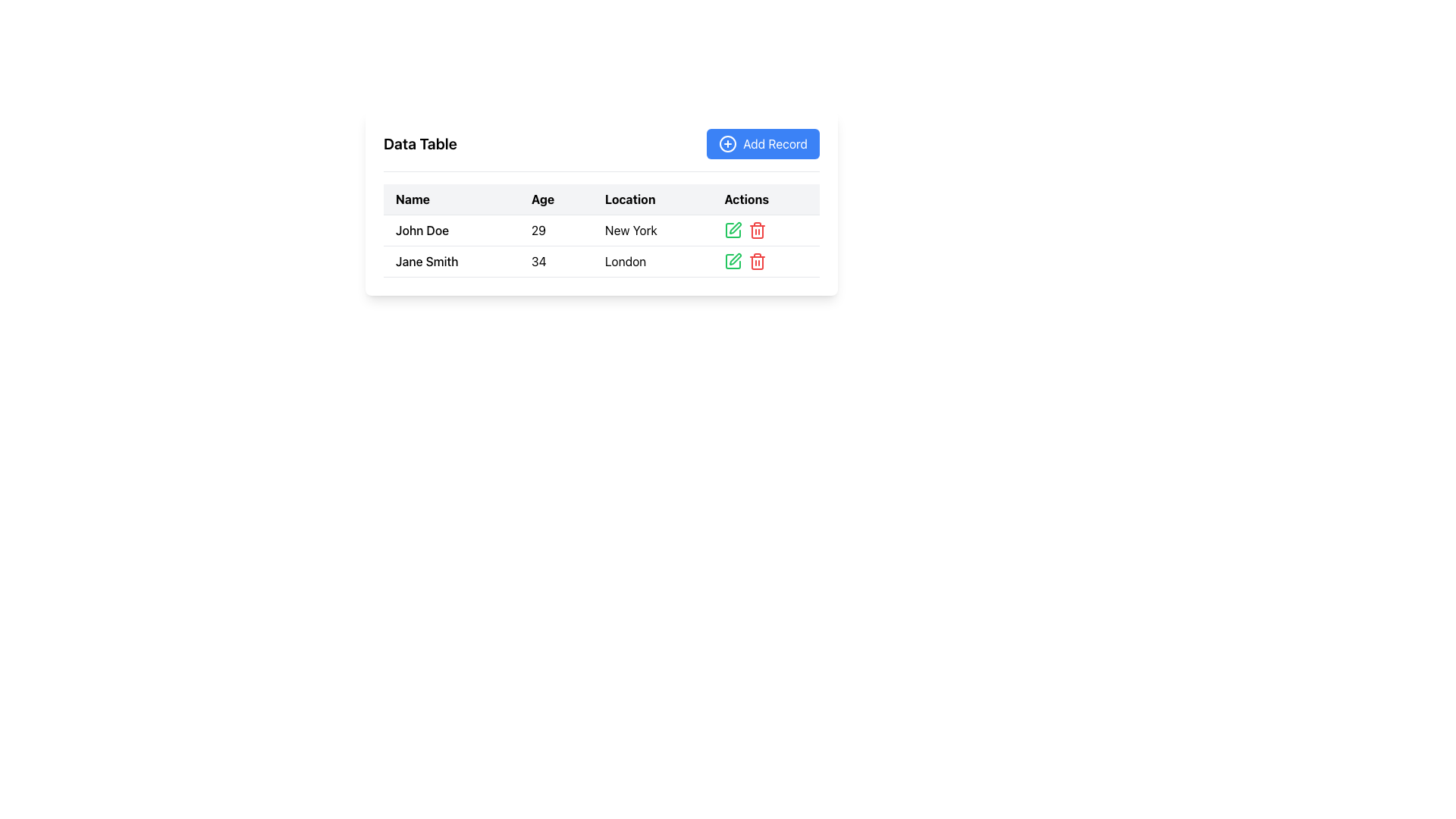 The image size is (1456, 819). Describe the element at coordinates (766, 199) in the screenshot. I see `the 'Actions' text label, which is the fourth column header in a table header row, styled with bold black text on a gray background` at that location.